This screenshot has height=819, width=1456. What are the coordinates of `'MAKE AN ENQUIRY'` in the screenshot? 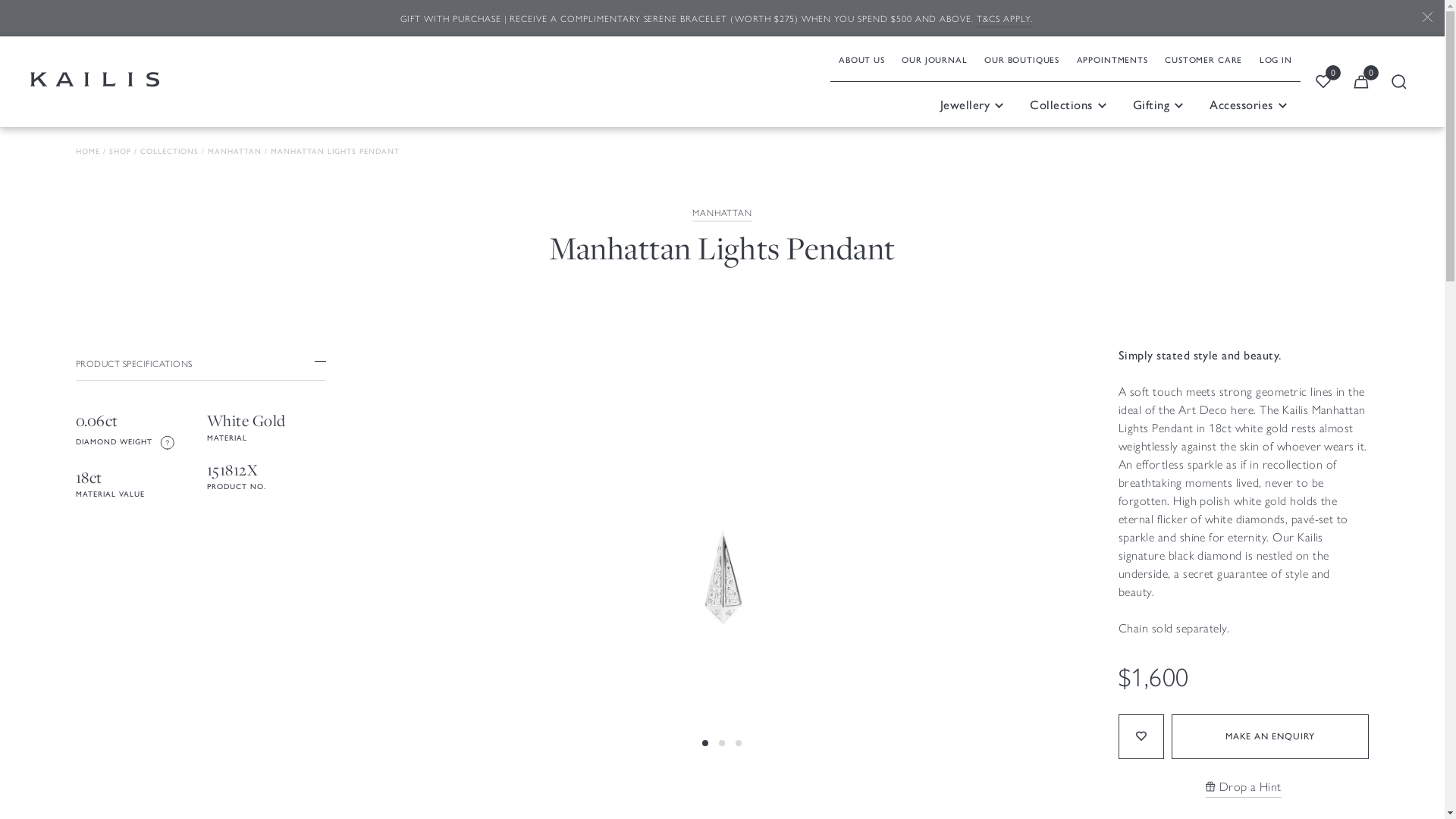 It's located at (1270, 736).